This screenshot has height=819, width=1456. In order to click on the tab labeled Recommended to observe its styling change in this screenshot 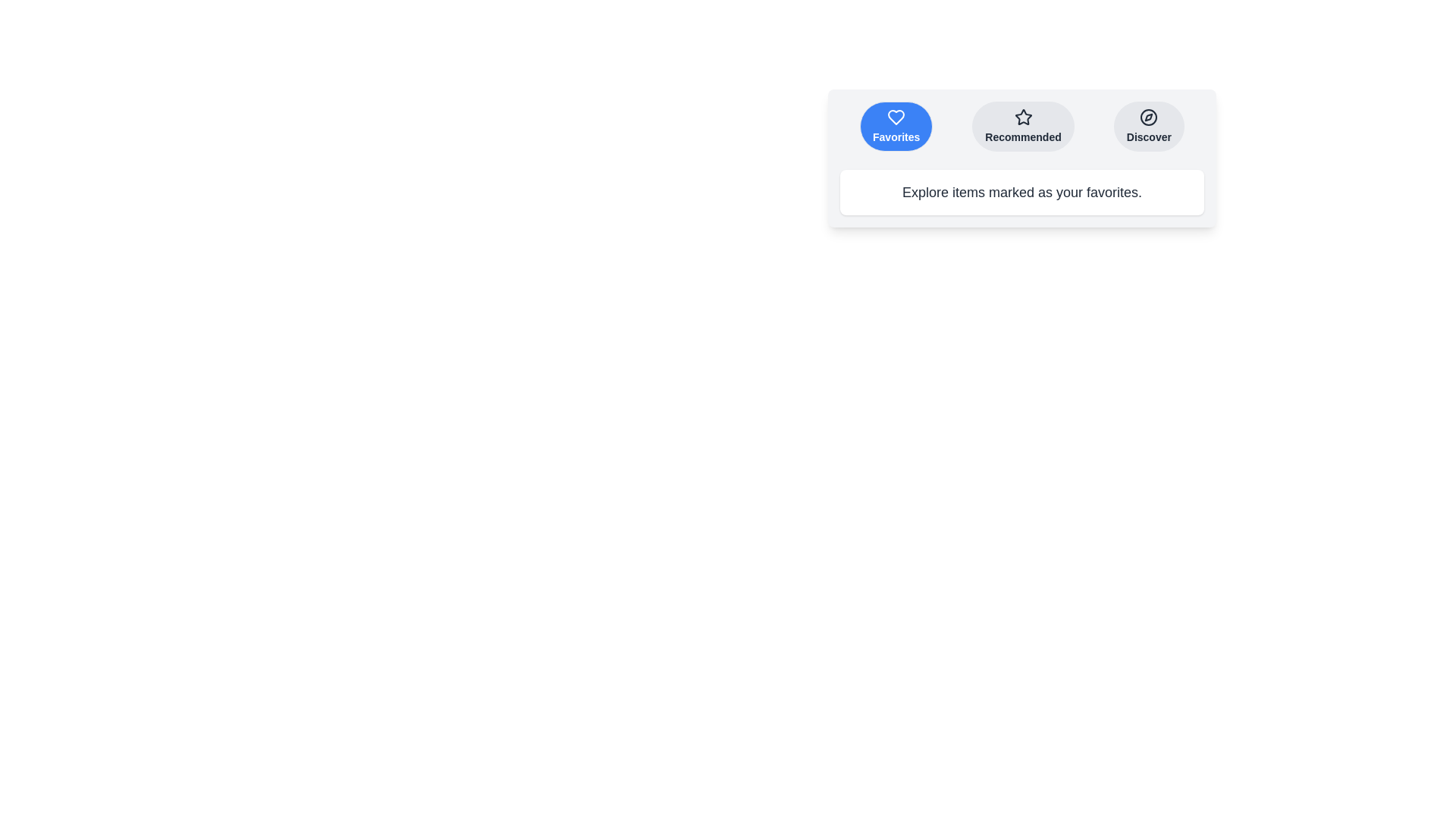, I will do `click(1023, 125)`.